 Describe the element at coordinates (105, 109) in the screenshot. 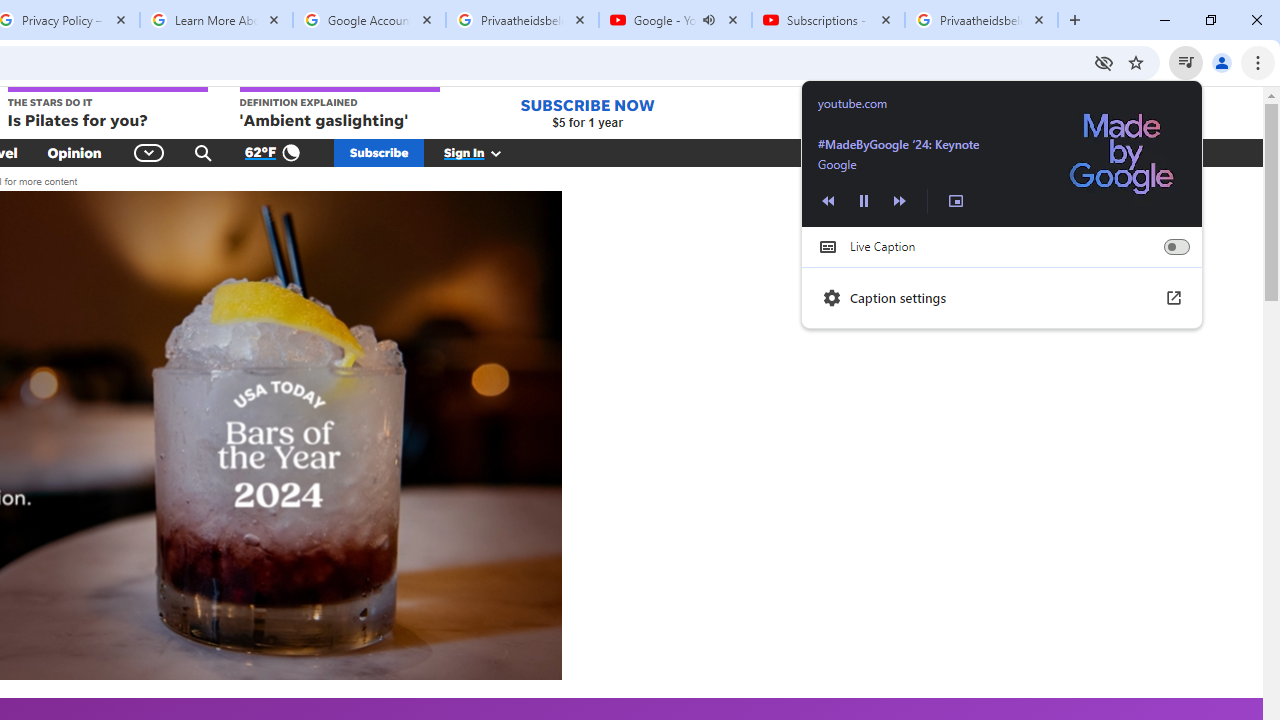

I see `'THE STARS DO IT Is Pilates for you?'` at that location.